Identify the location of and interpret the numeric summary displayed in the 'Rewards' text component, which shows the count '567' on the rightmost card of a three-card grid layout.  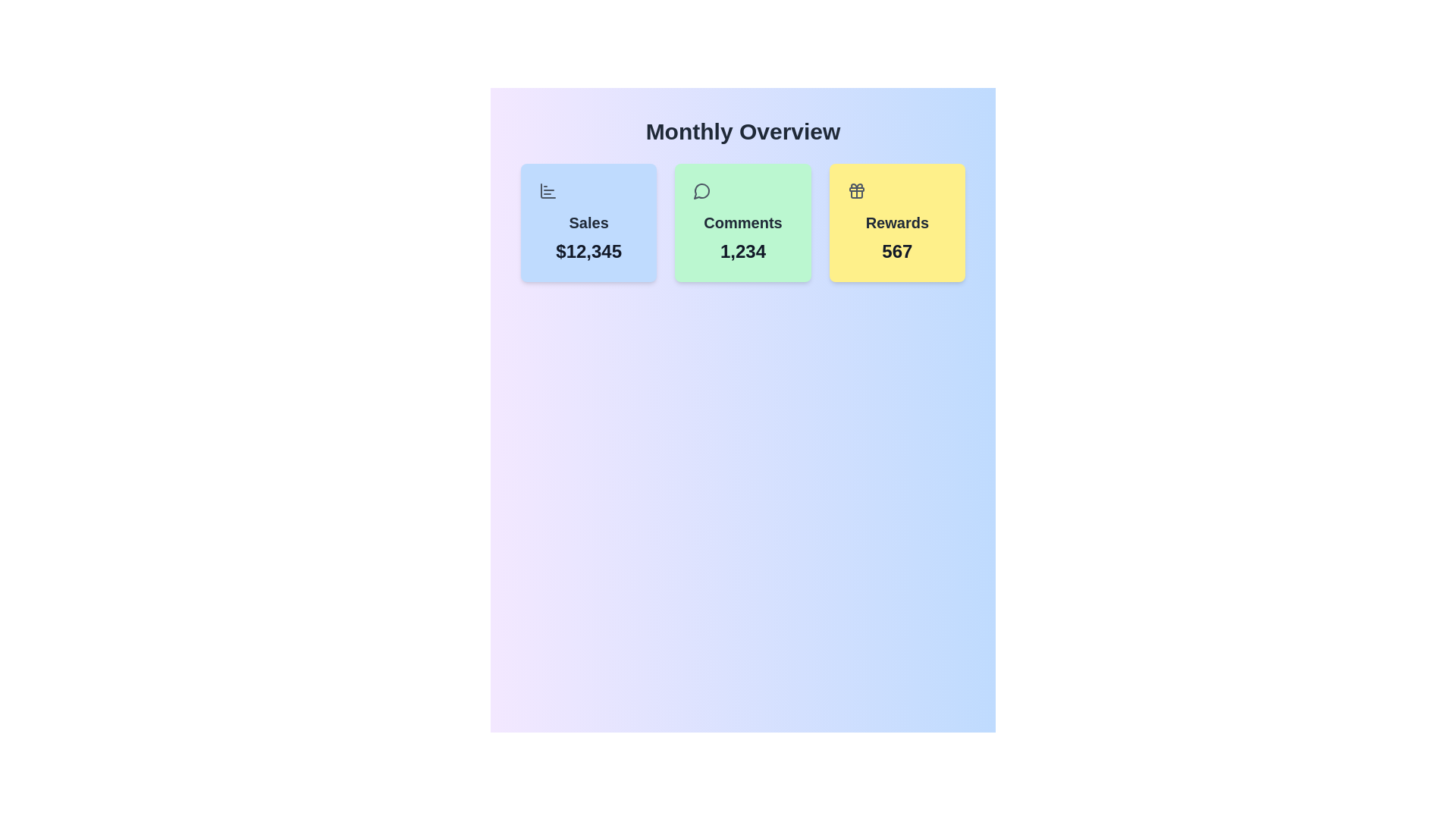
(897, 222).